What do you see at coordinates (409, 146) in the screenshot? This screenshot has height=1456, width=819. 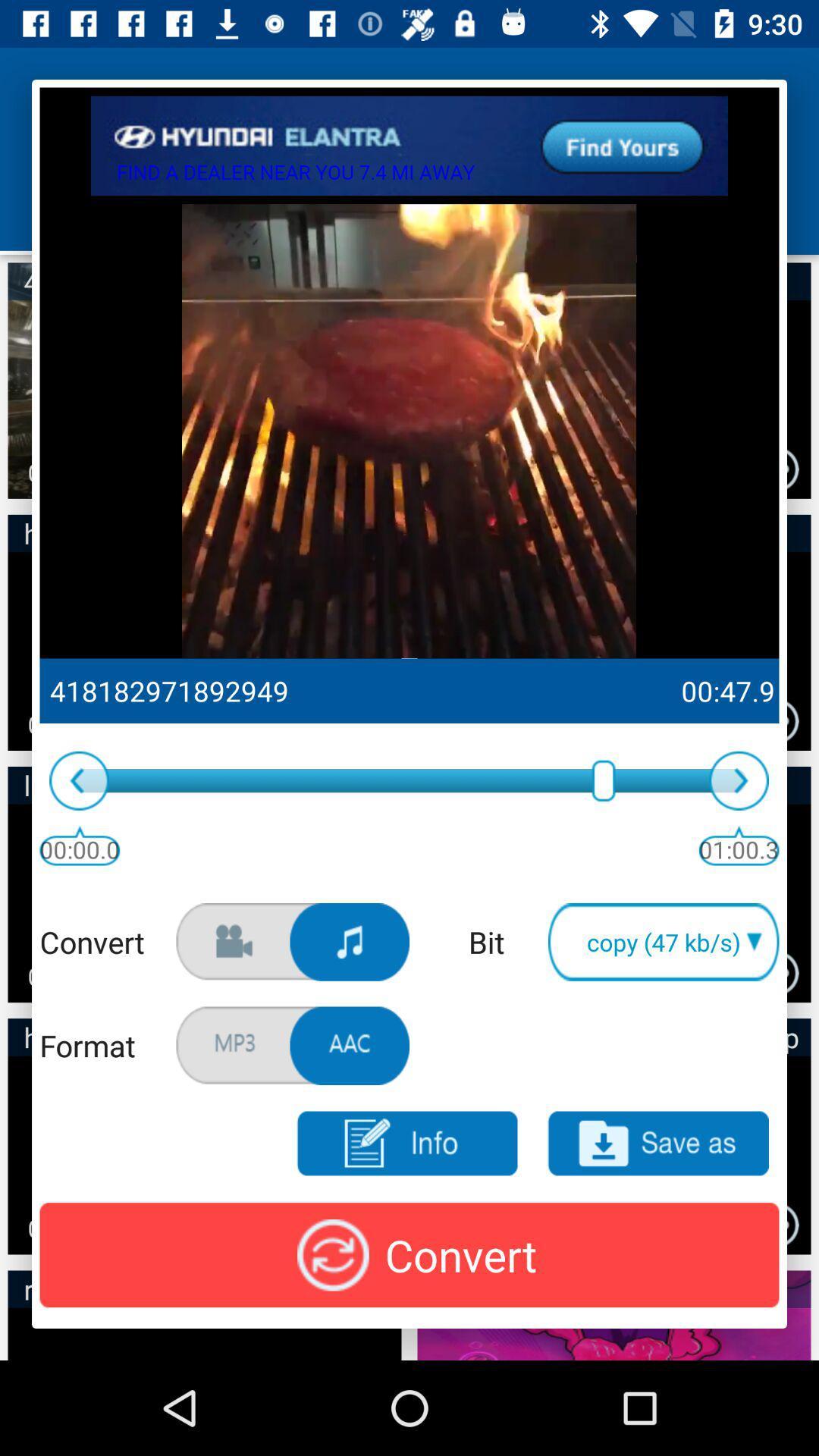 I see `in app advertisement` at bounding box center [409, 146].